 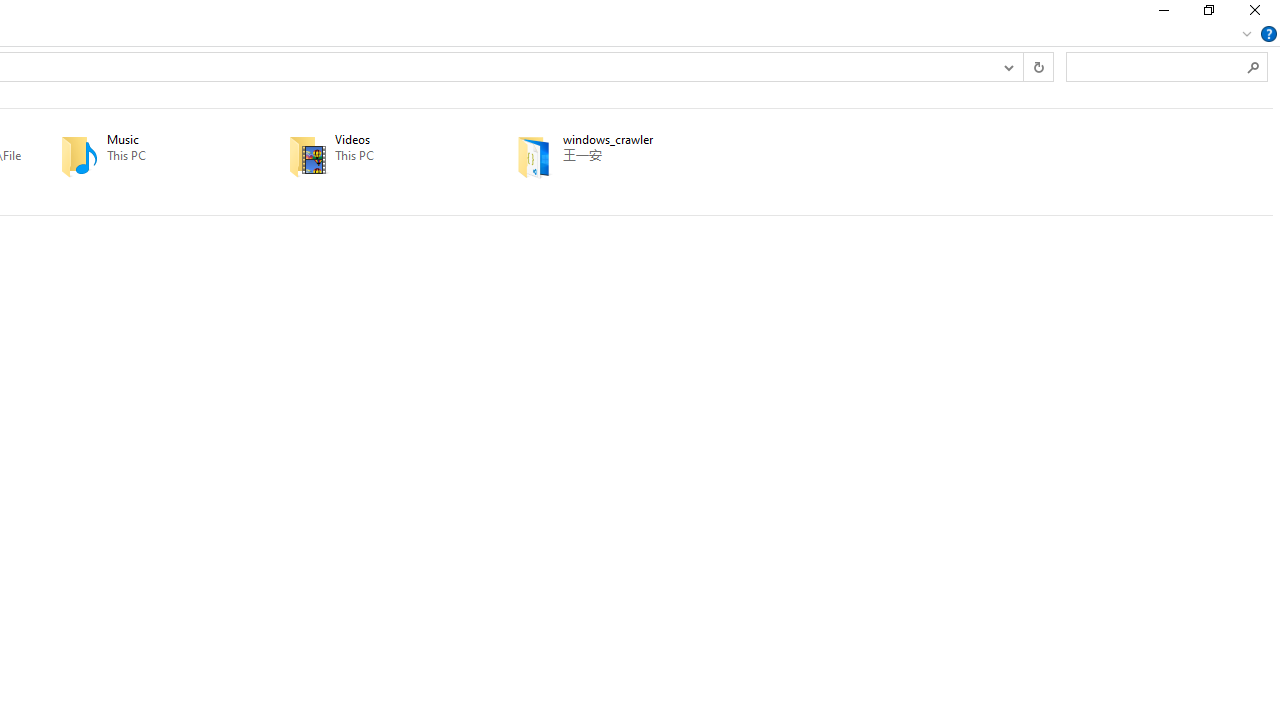 What do you see at coordinates (1023, 65) in the screenshot?
I see `'Address band toolbar'` at bounding box center [1023, 65].